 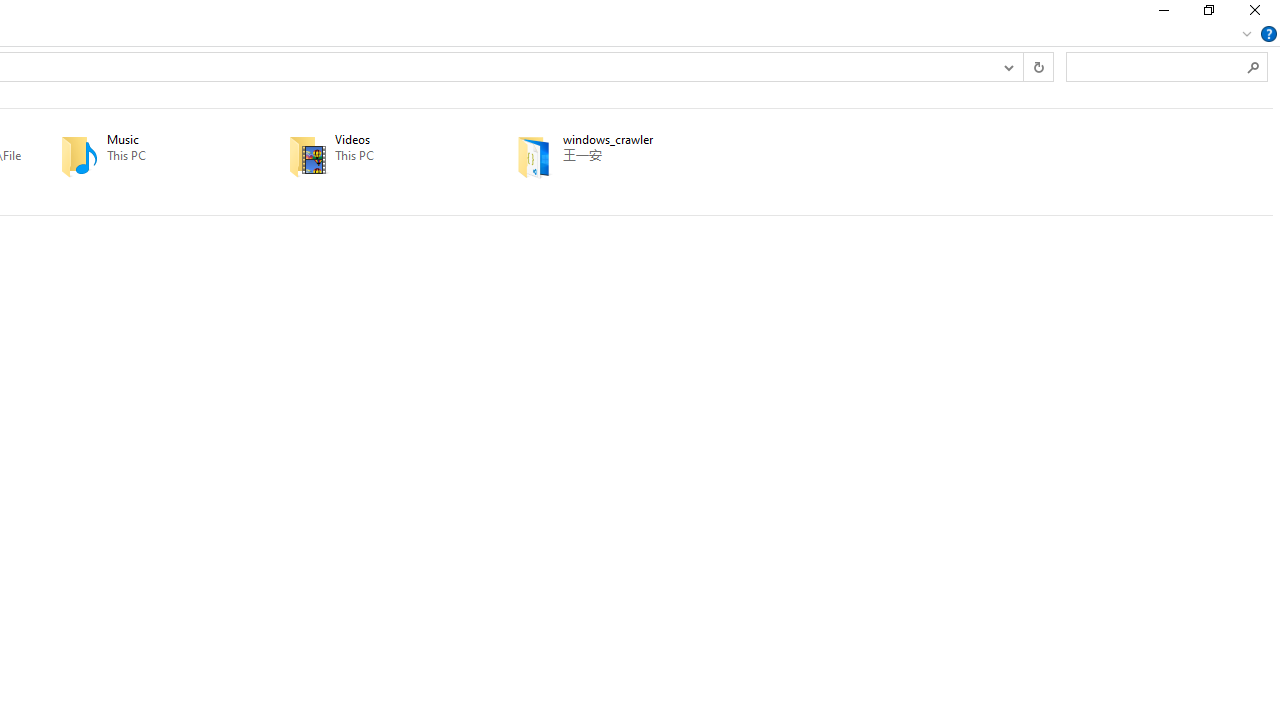 What do you see at coordinates (1023, 65) in the screenshot?
I see `'Address band toolbar'` at bounding box center [1023, 65].